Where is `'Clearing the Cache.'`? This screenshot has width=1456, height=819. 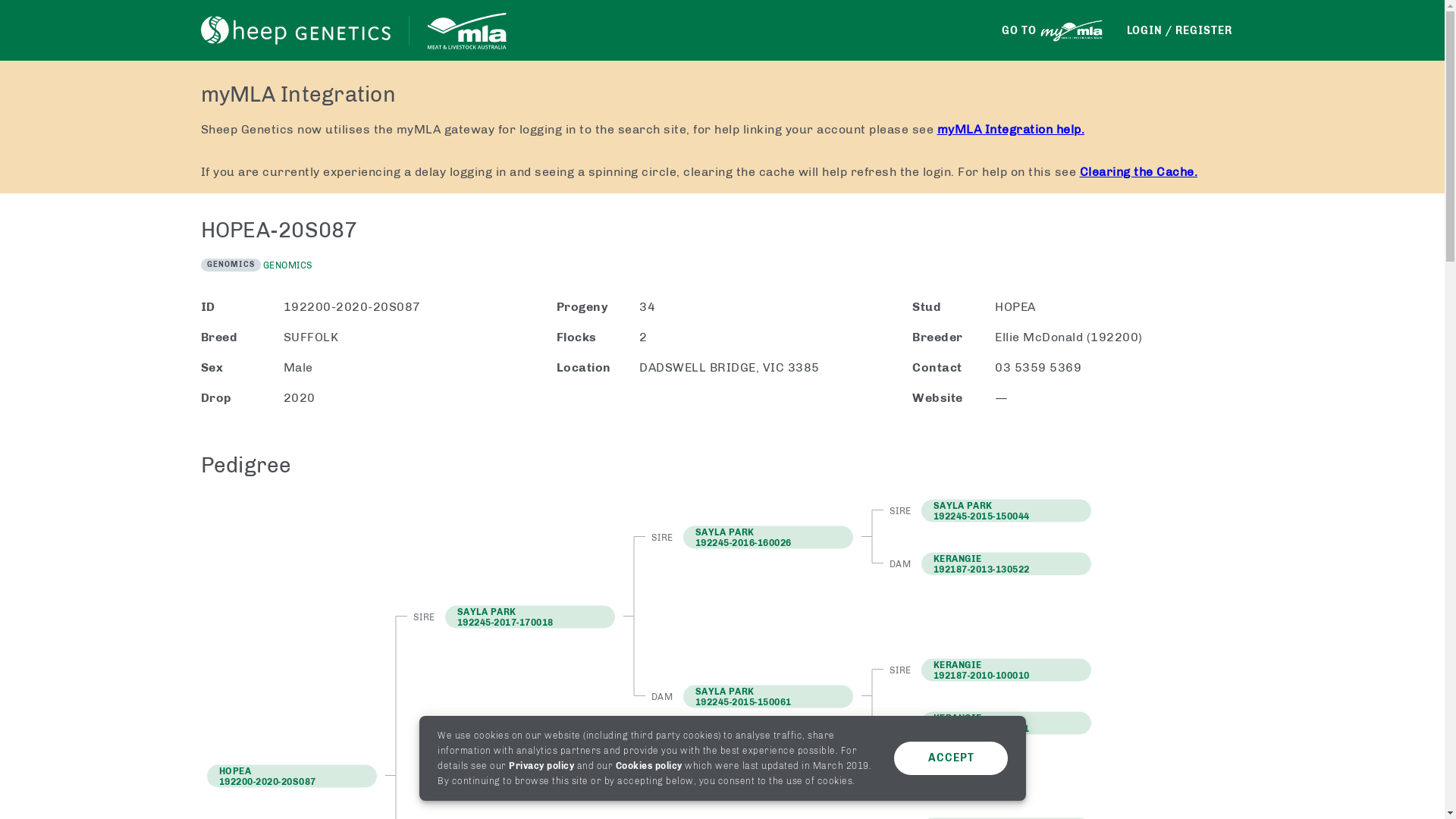
'Clearing the Cache.' is located at coordinates (1139, 171).